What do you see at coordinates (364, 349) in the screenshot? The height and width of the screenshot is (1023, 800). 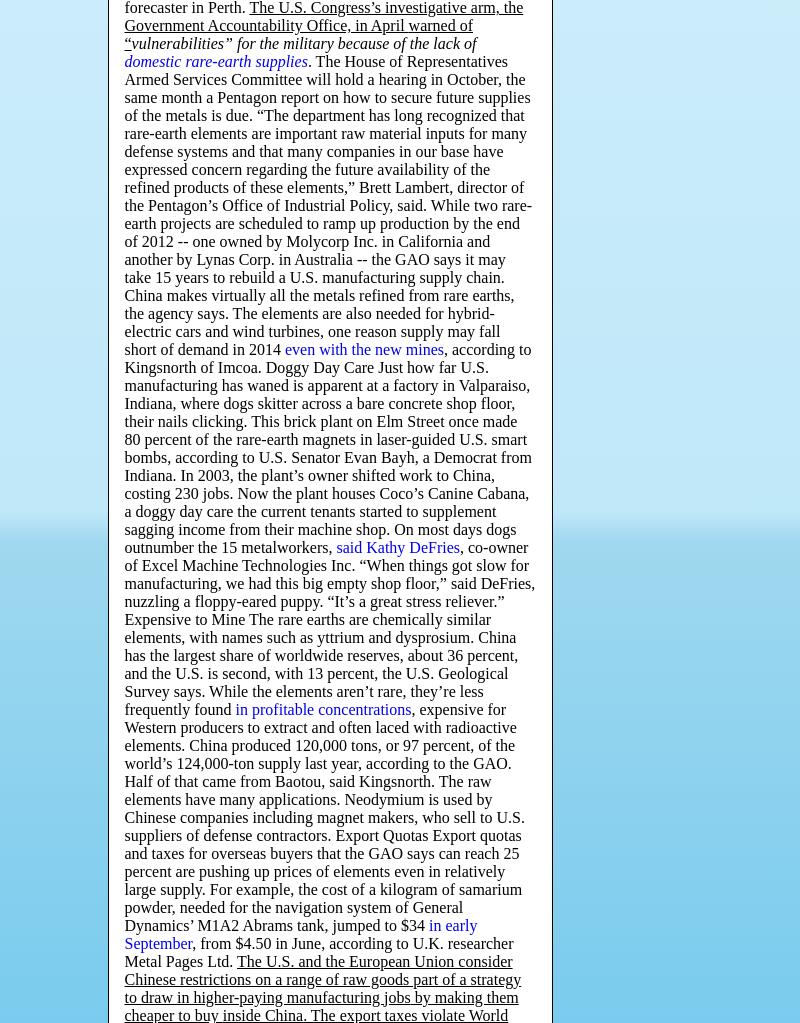 I see `'even with the new mines'` at bounding box center [364, 349].